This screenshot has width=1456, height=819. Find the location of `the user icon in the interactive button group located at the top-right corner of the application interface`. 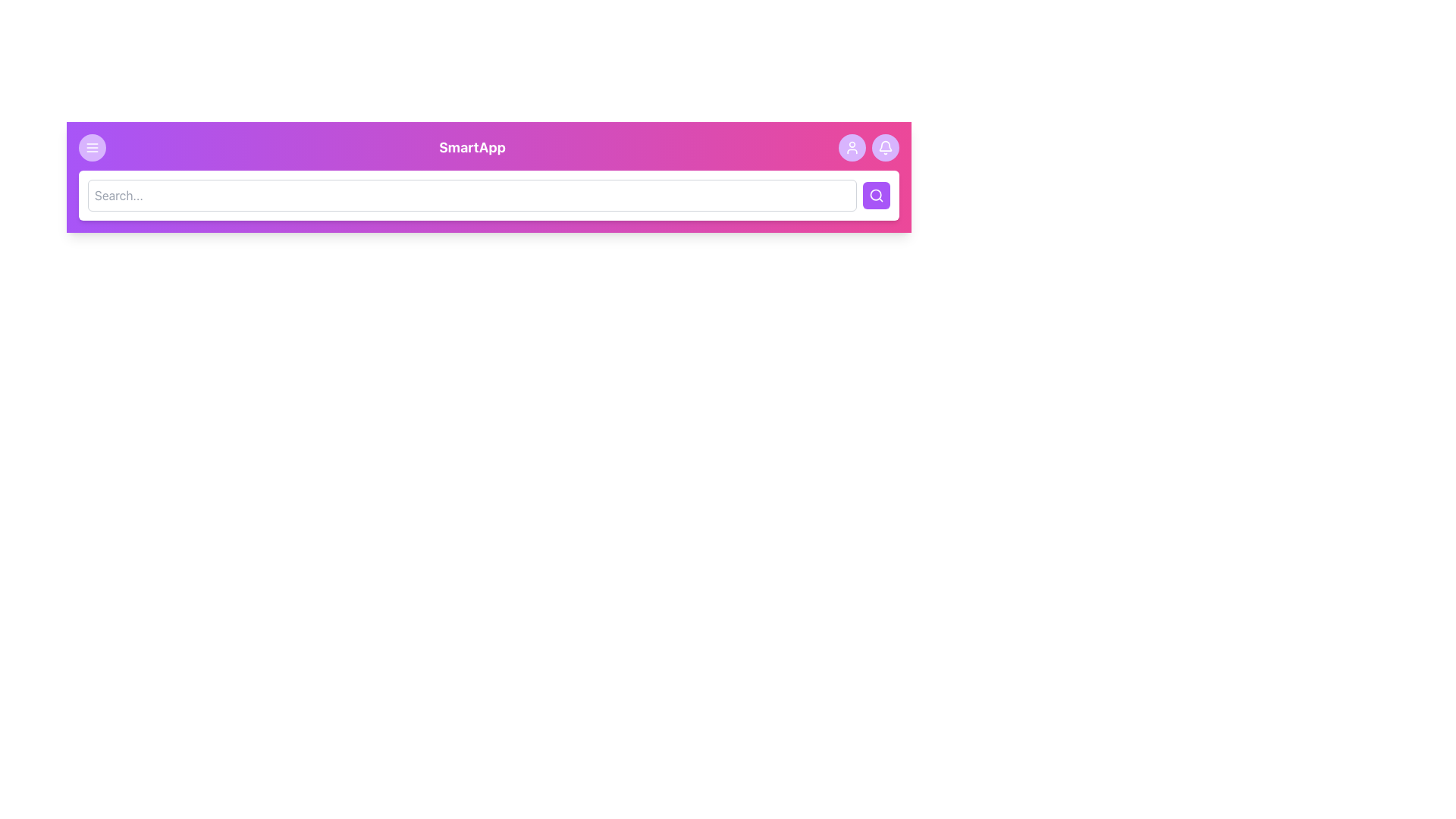

the user icon in the interactive button group located at the top-right corner of the application interface is located at coordinates (869, 148).